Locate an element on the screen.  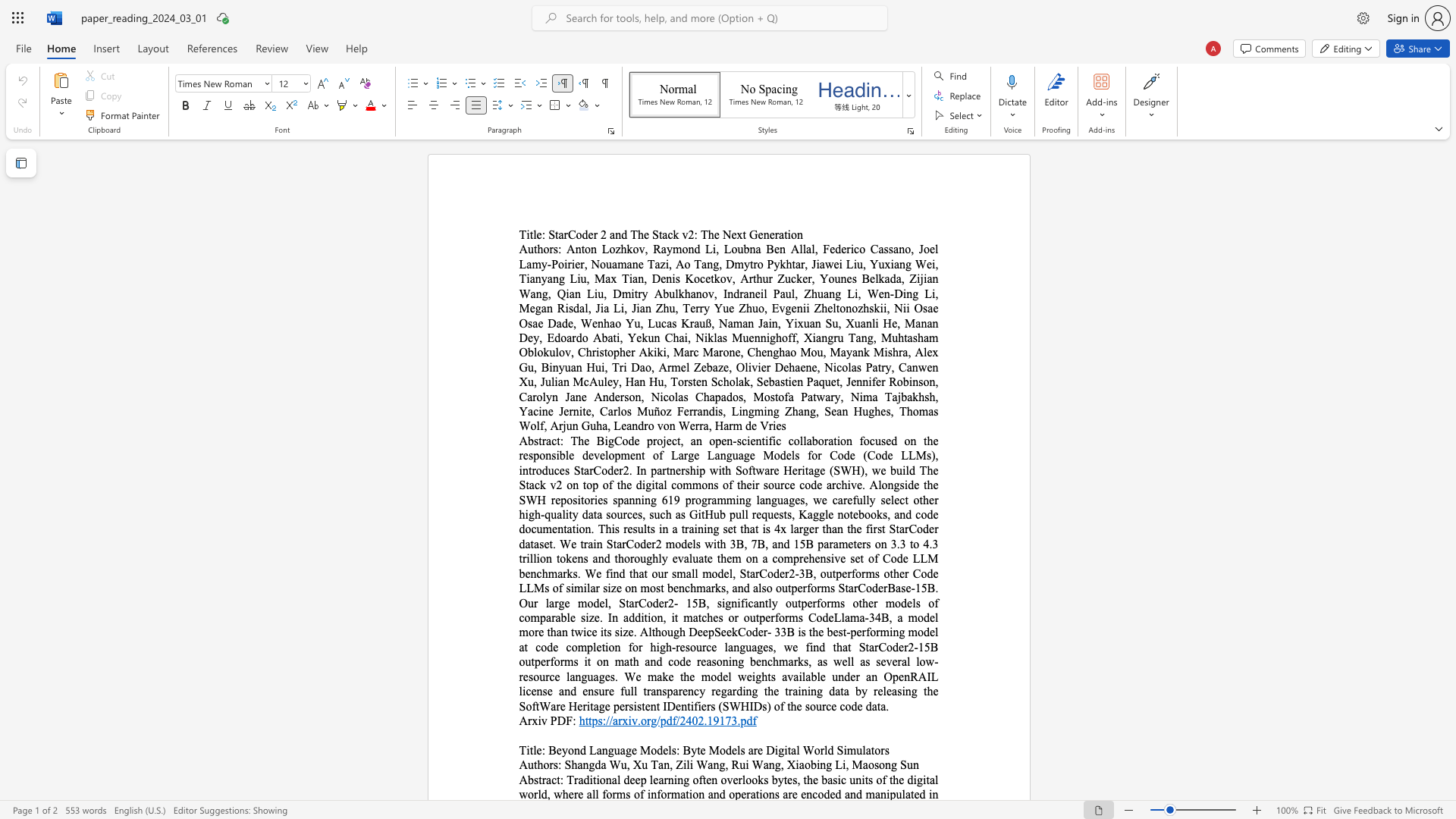
the subset text "tra" within the text "Abstract:" is located at coordinates (538, 780).